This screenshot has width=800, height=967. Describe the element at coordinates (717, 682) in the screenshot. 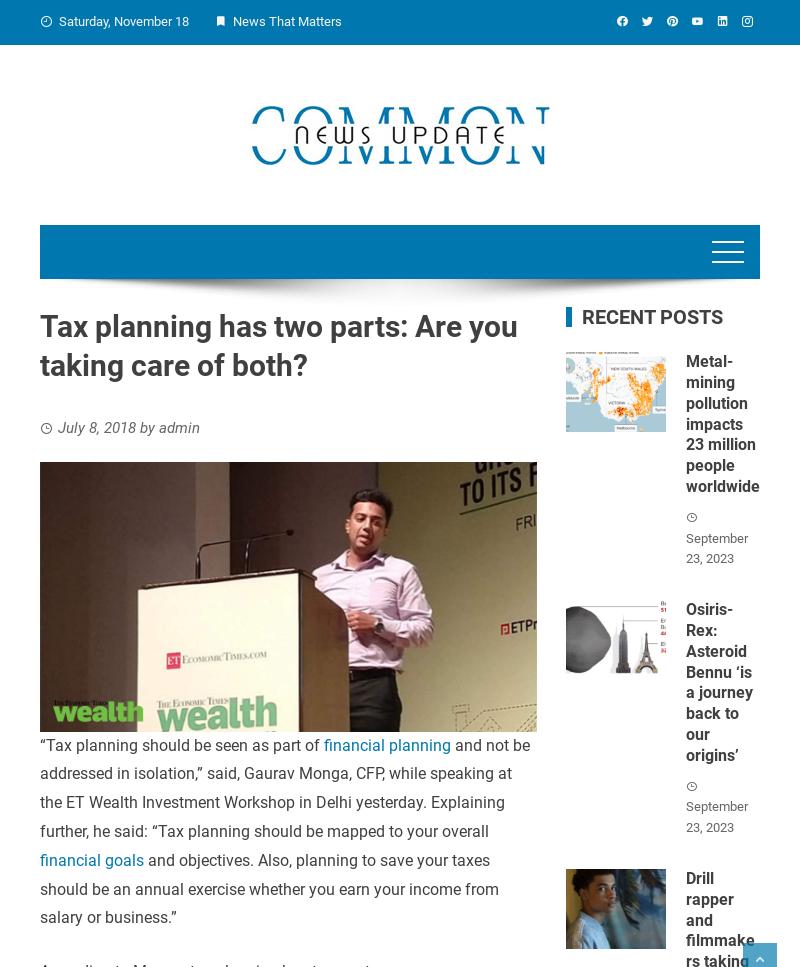

I see `'Osiris-Rex: Asteroid Bennu ‘is a journey back to our origins’'` at that location.